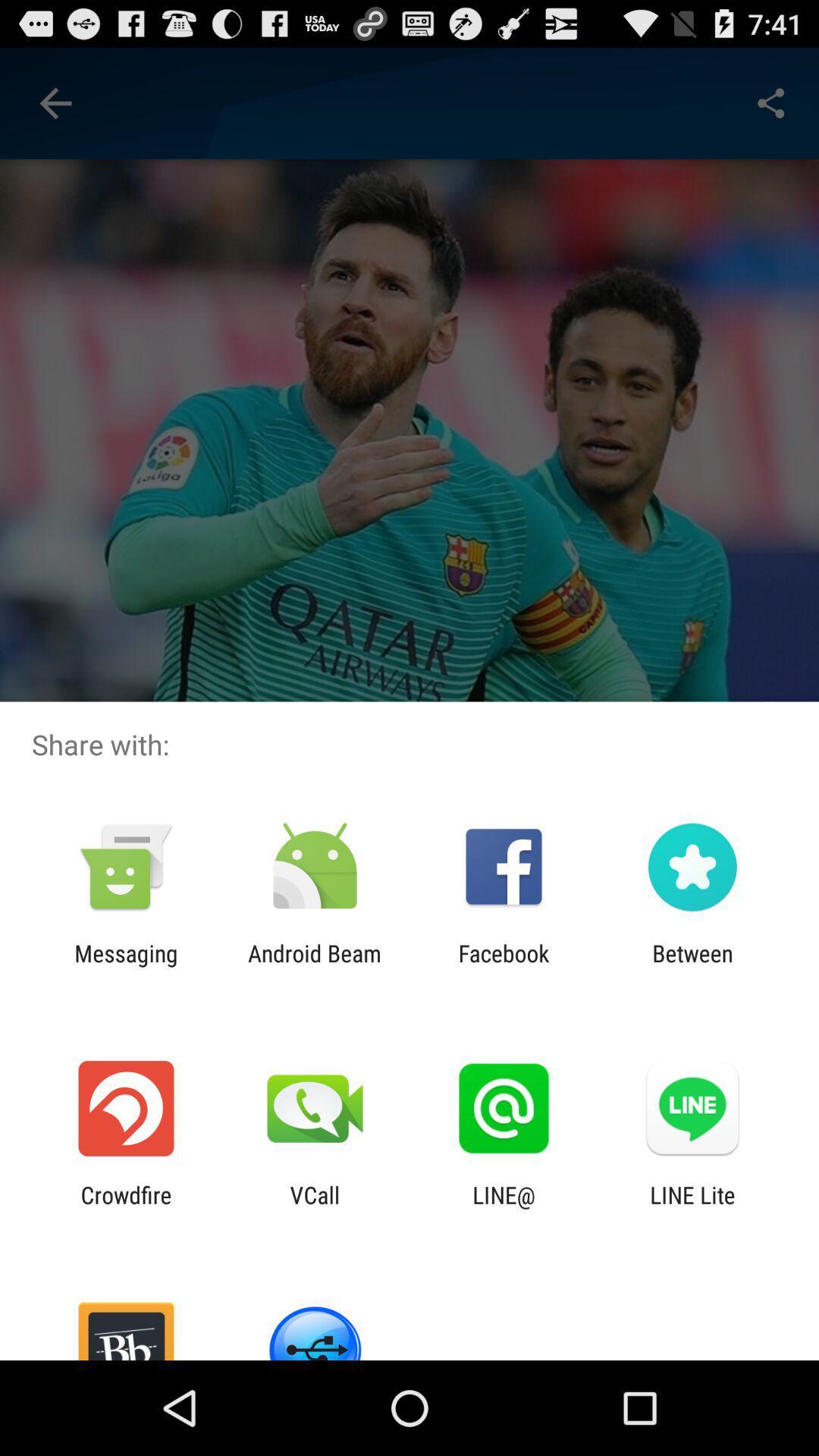  I want to click on the vcall item, so click(314, 1207).